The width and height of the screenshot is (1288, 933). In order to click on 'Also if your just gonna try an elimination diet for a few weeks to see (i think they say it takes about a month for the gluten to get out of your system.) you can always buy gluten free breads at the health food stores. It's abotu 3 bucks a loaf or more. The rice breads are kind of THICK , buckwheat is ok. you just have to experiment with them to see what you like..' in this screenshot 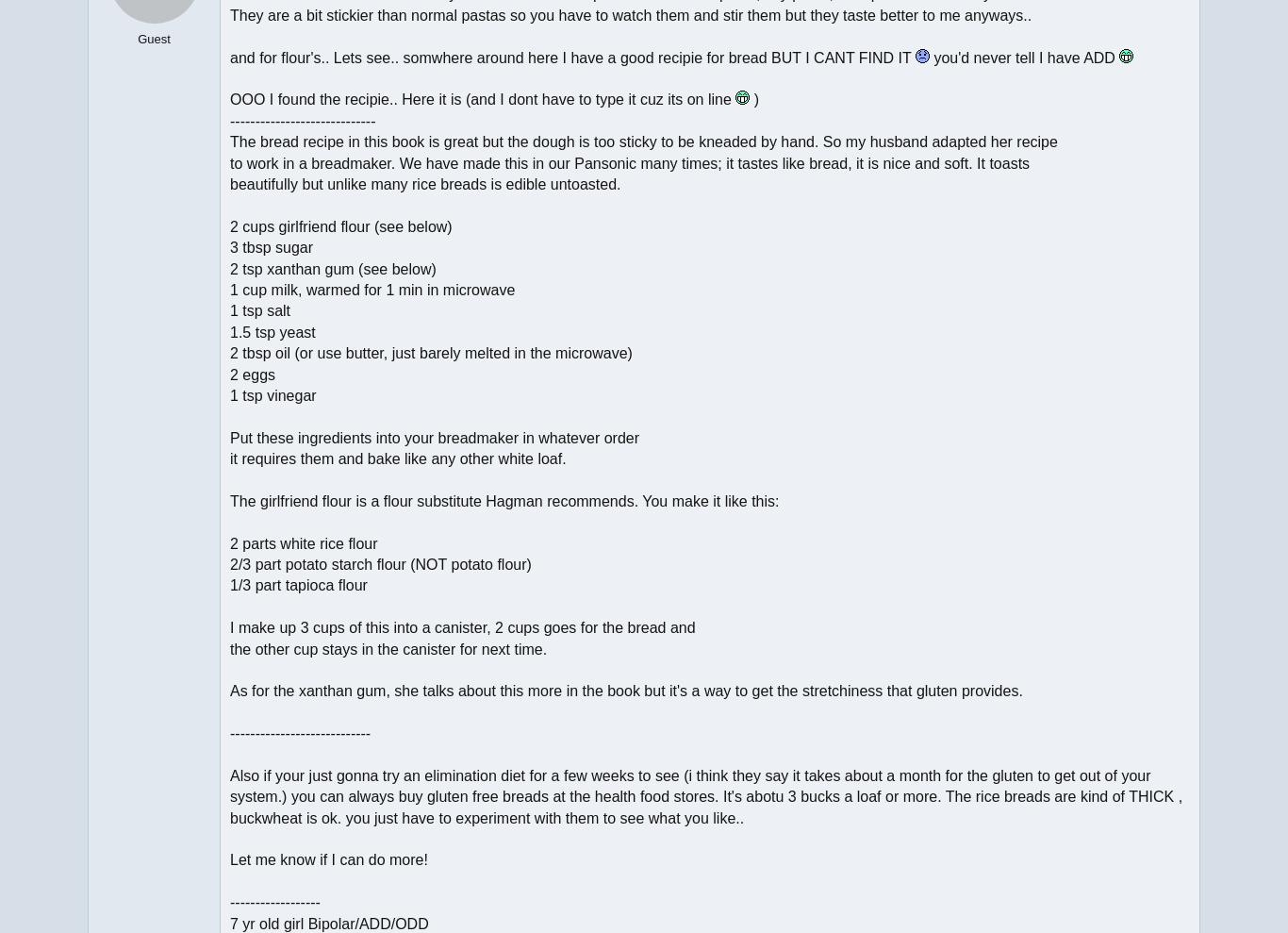, I will do `click(705, 796)`.